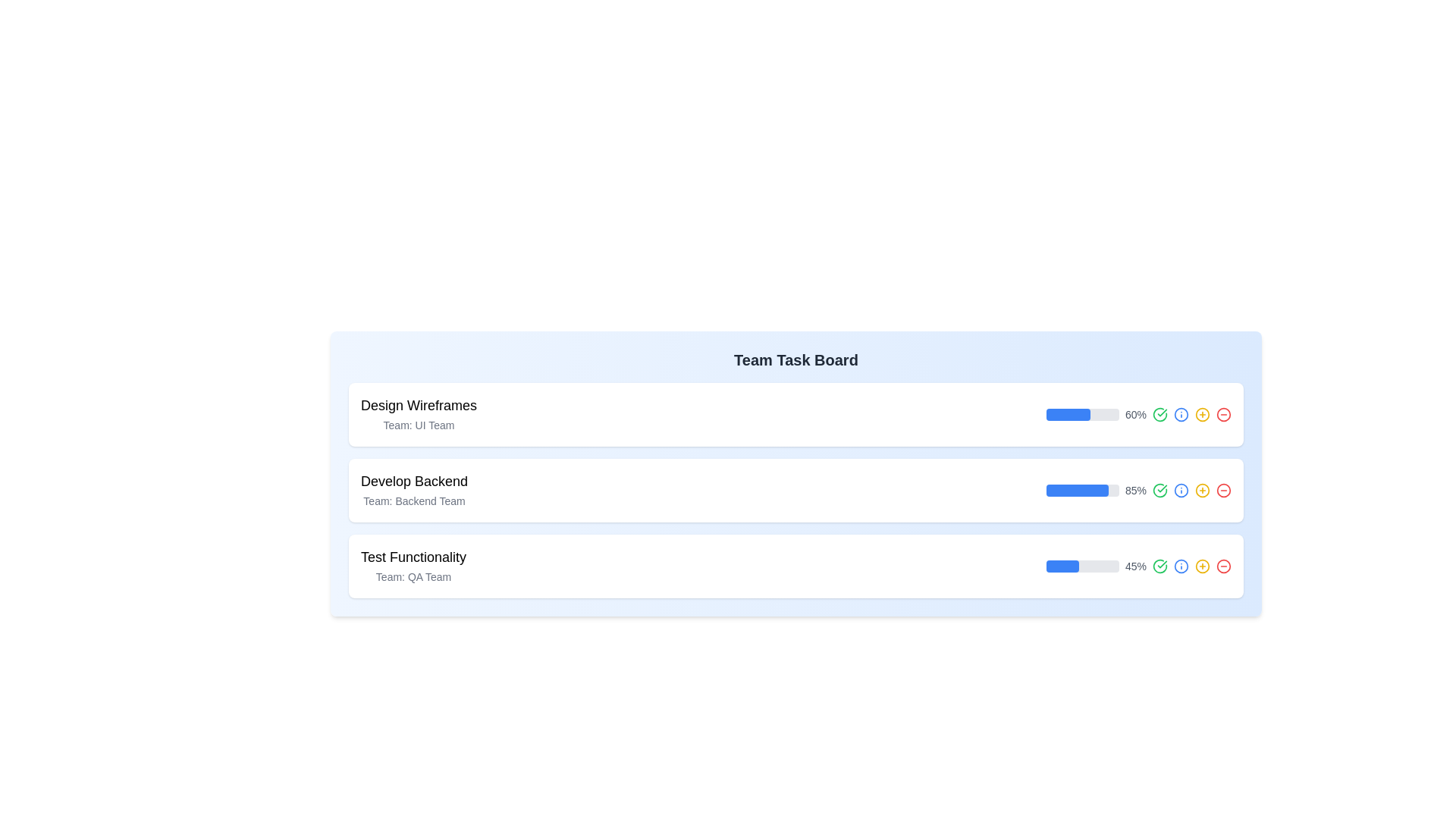 Image resolution: width=1456 pixels, height=819 pixels. Describe the element at coordinates (1135, 415) in the screenshot. I see `the text label displaying '60%' which indicates the progress of the task 'Design Wireframes, Team: UI Team' in the first task card` at that location.